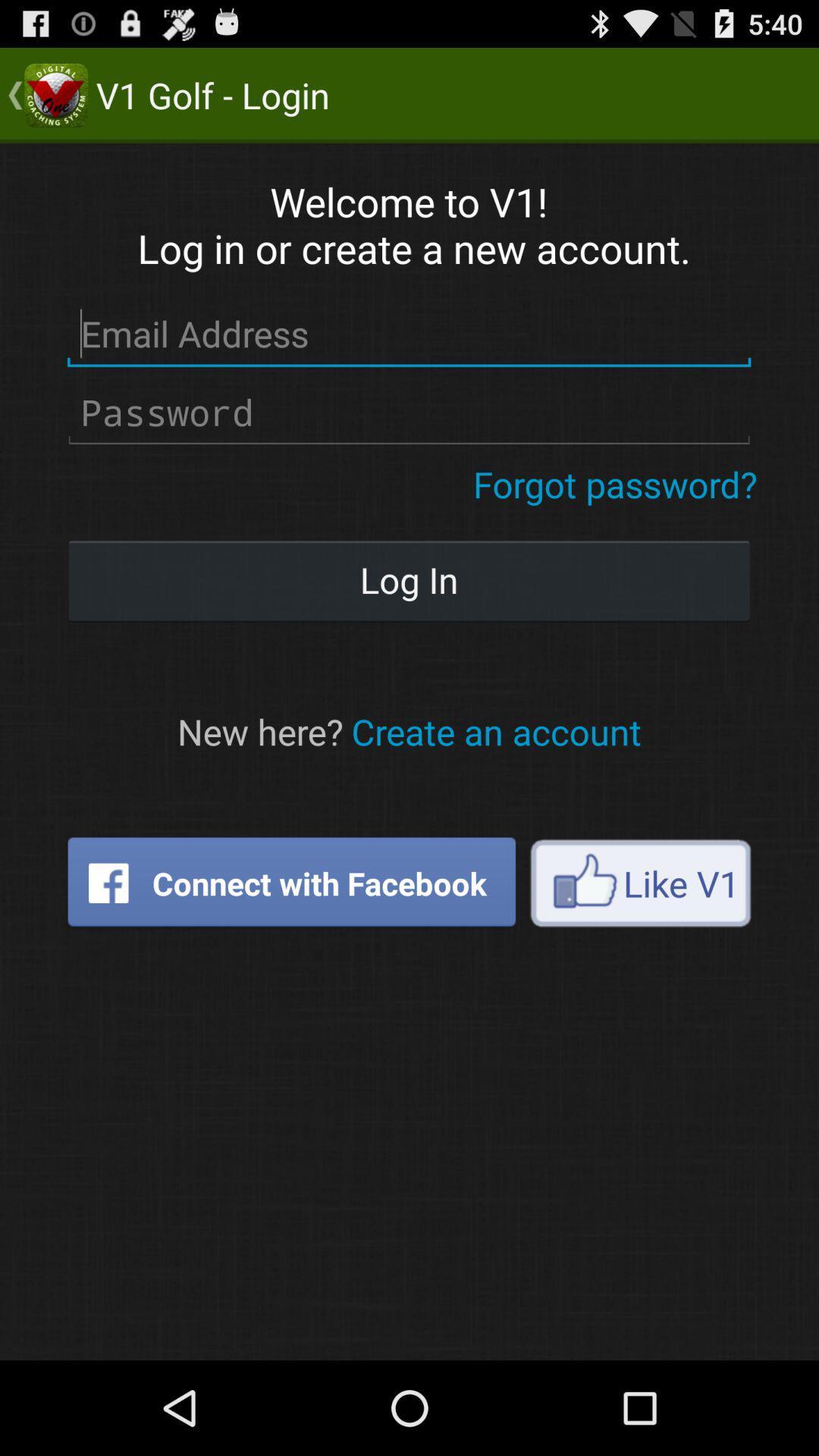 The image size is (819, 1456). What do you see at coordinates (615, 483) in the screenshot?
I see `forgot password?` at bounding box center [615, 483].